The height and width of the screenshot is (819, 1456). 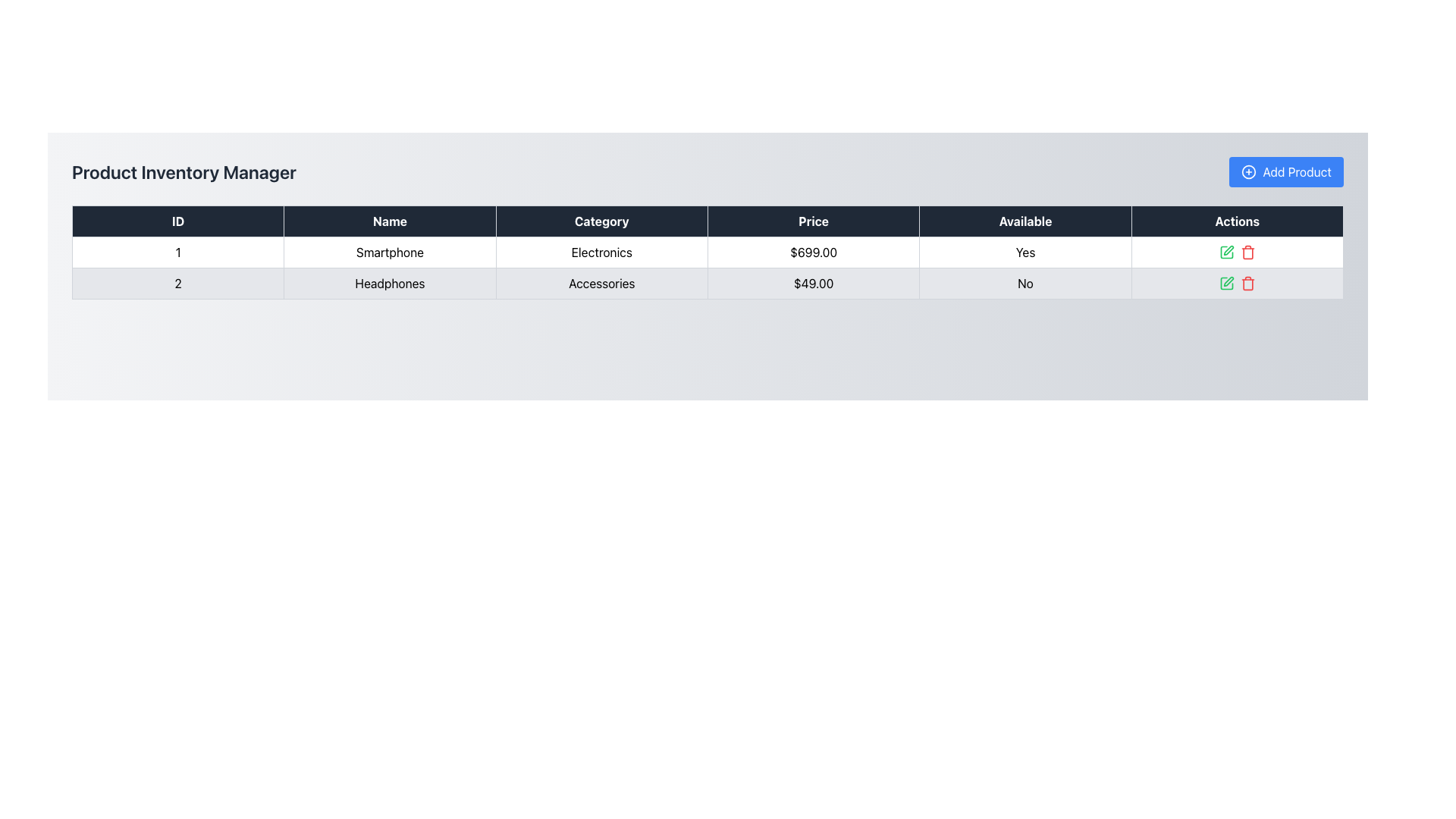 What do you see at coordinates (601, 284) in the screenshot?
I see `text from the 'Accessories' label in the third column of the row for 'Headphones' in the table` at bounding box center [601, 284].